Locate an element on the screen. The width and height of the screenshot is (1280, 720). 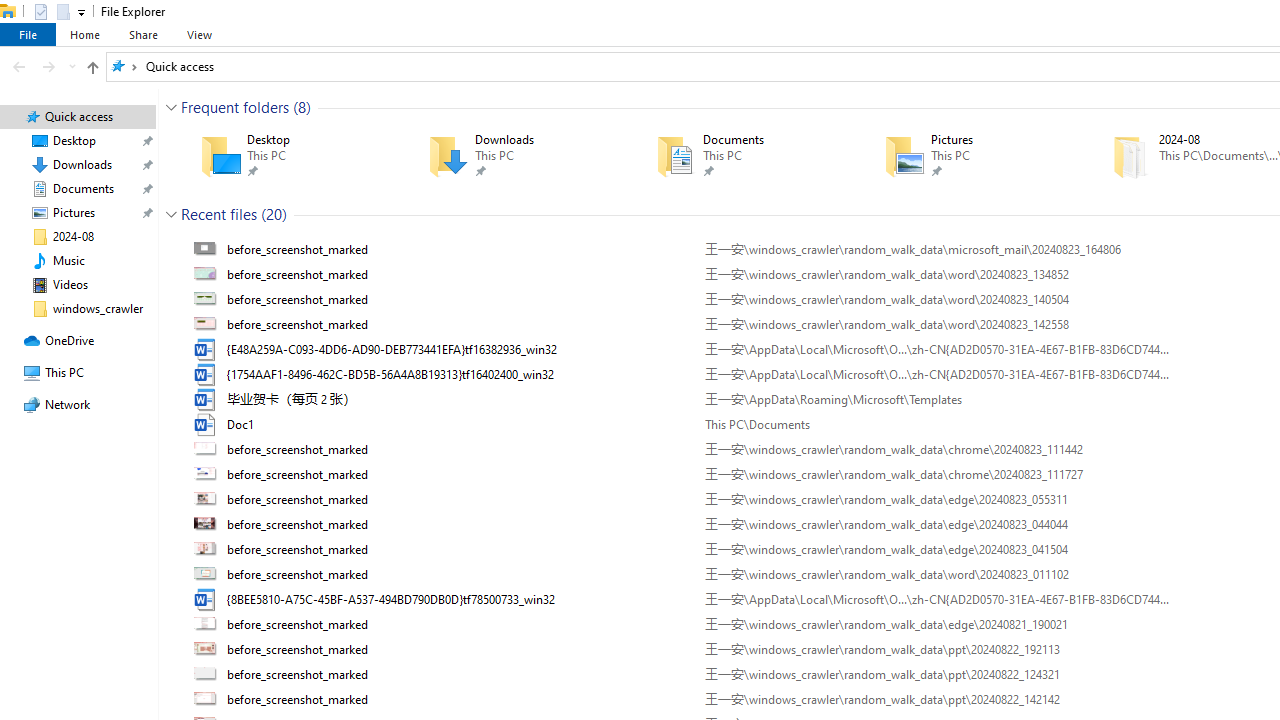
'Documents' is located at coordinates (740, 155).